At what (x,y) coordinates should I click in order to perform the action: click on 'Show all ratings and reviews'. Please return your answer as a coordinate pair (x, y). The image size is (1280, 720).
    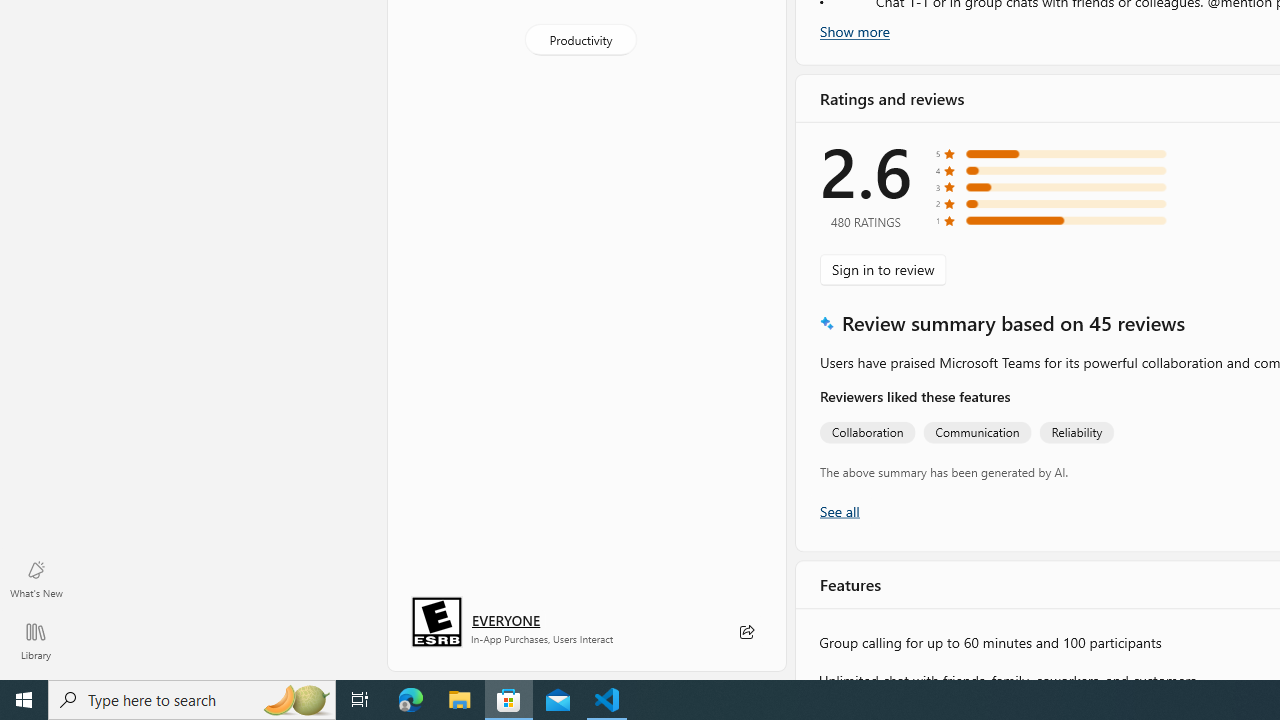
    Looking at the image, I should click on (839, 509).